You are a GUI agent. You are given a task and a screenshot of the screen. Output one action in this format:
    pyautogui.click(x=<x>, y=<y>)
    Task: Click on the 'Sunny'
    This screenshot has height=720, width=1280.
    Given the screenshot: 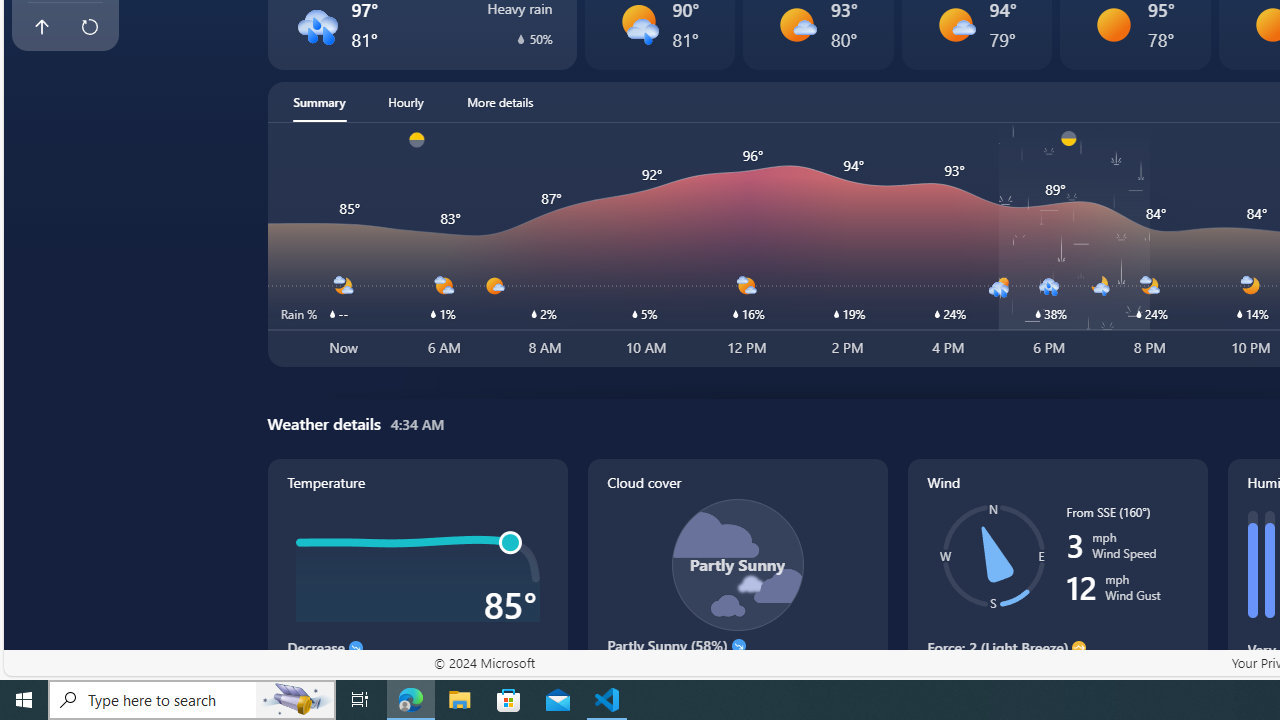 What is the action you would take?
    pyautogui.click(x=1113, y=24)
    